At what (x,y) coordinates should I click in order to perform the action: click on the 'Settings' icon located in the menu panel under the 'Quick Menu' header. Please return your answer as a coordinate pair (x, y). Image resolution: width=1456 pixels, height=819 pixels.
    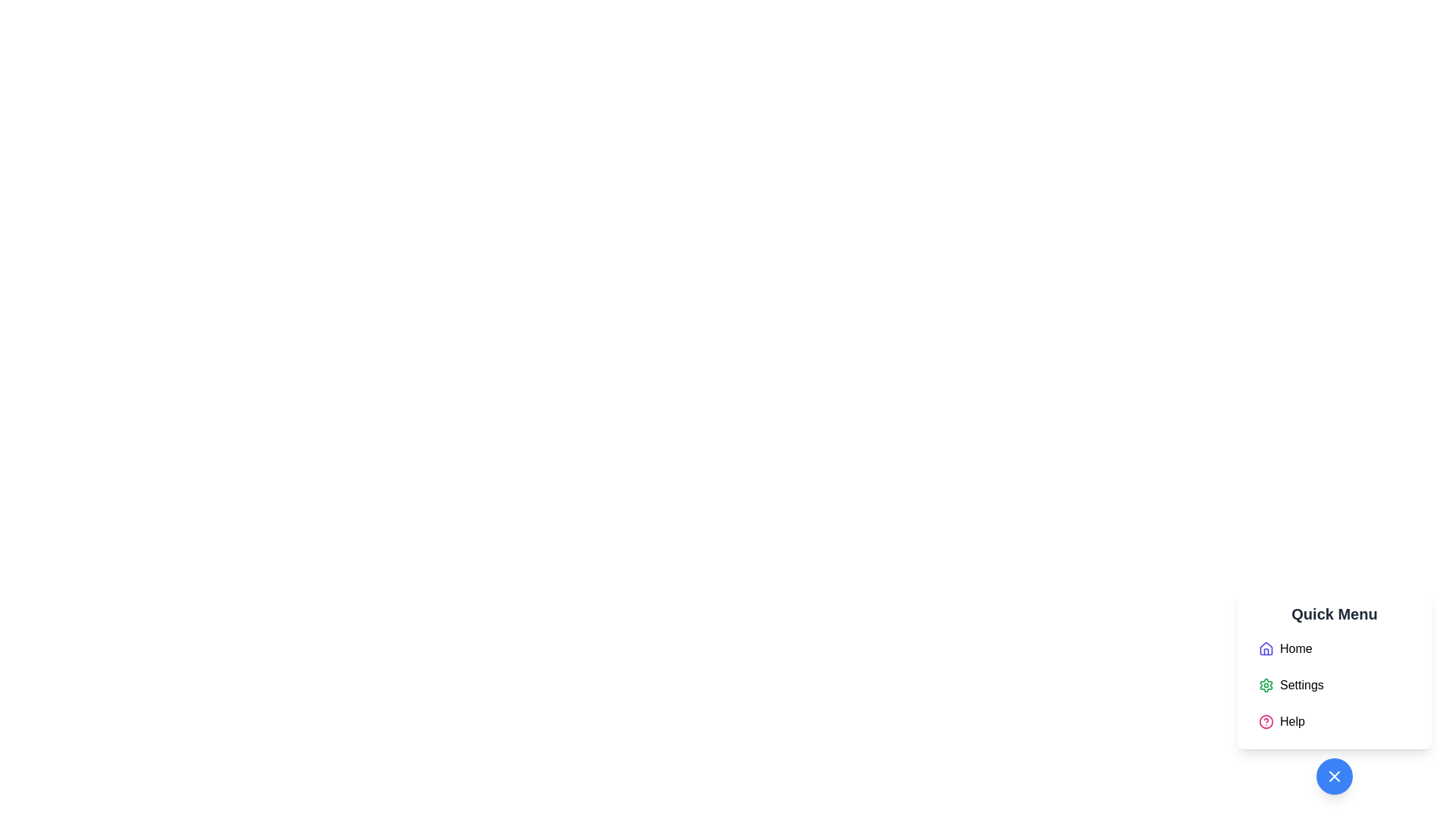
    Looking at the image, I should click on (1266, 685).